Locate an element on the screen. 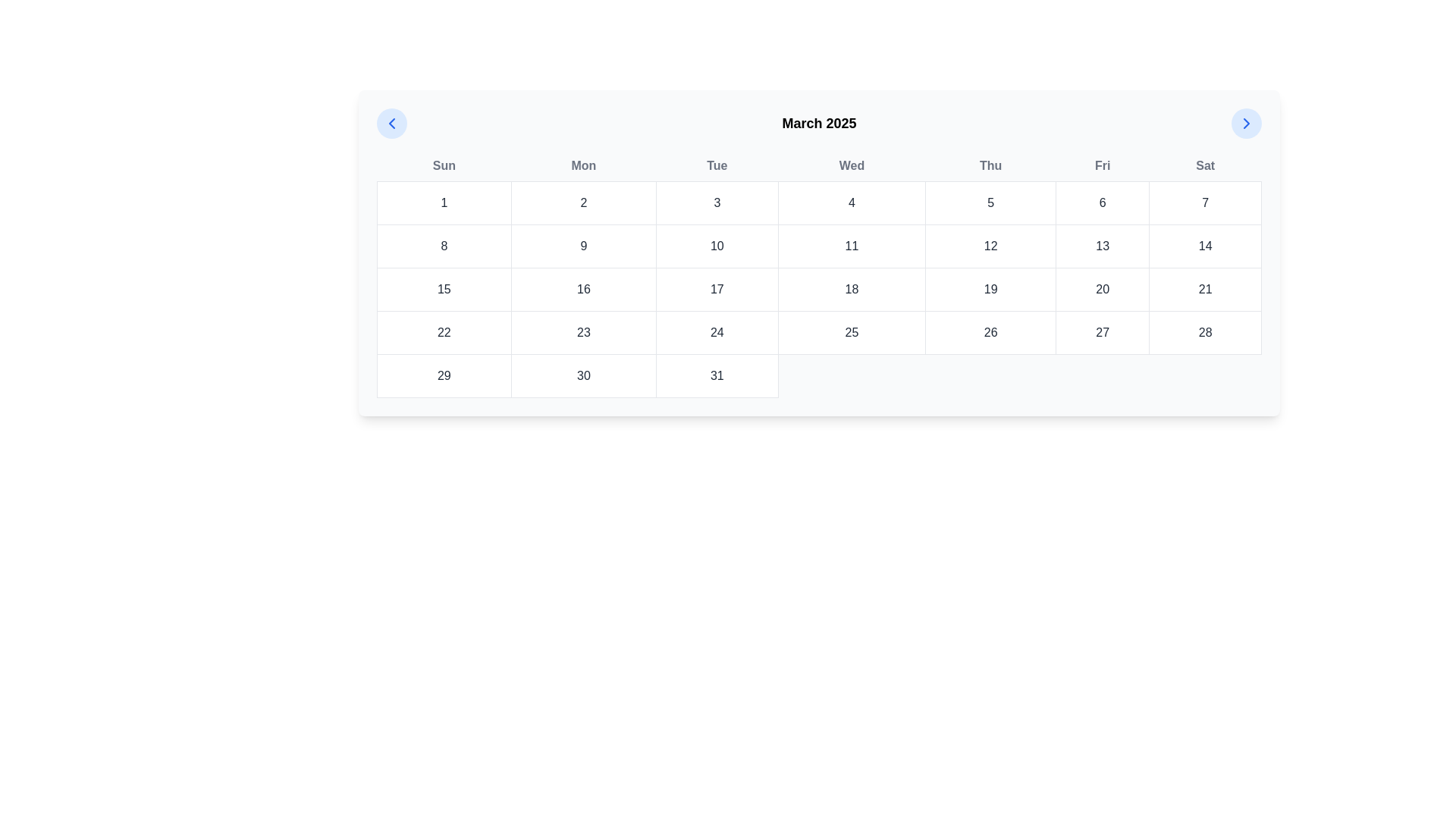 This screenshot has height=819, width=1456. the static text element displaying the date '1' in the calendar grid, located under the Sunday column heading is located at coordinates (443, 202).